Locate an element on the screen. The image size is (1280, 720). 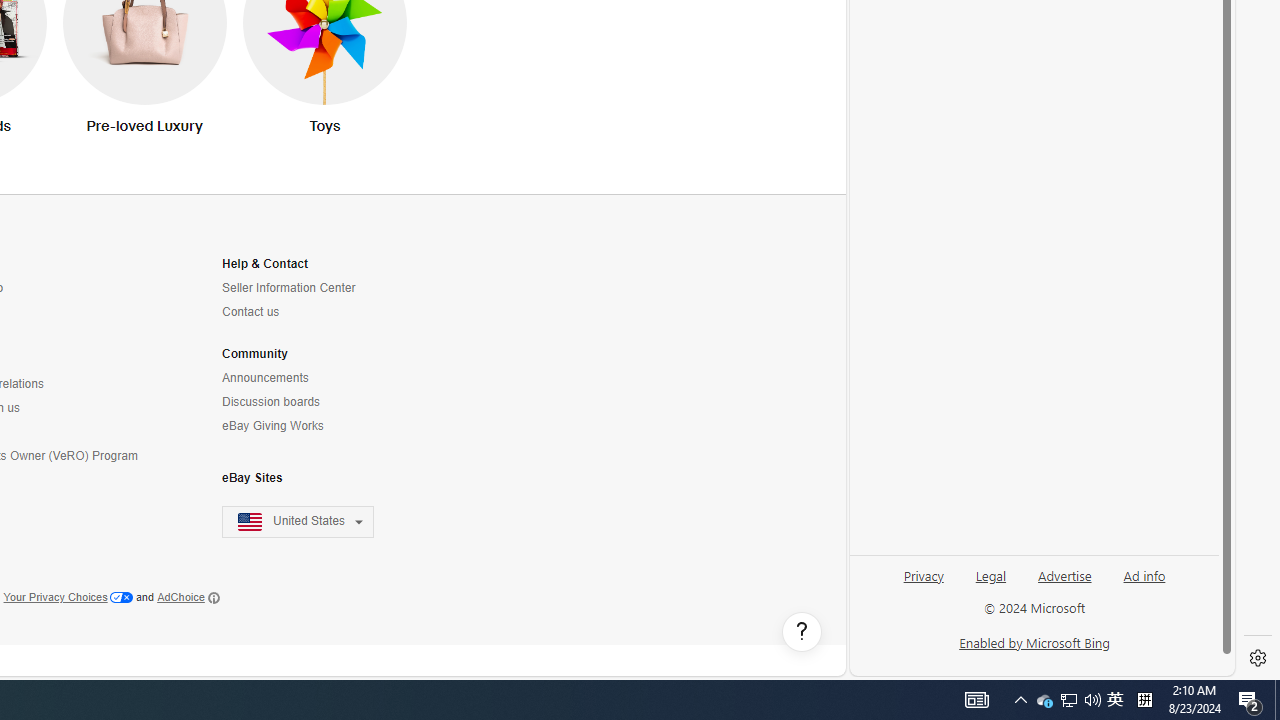
'Contact us' is located at coordinates (309, 312).